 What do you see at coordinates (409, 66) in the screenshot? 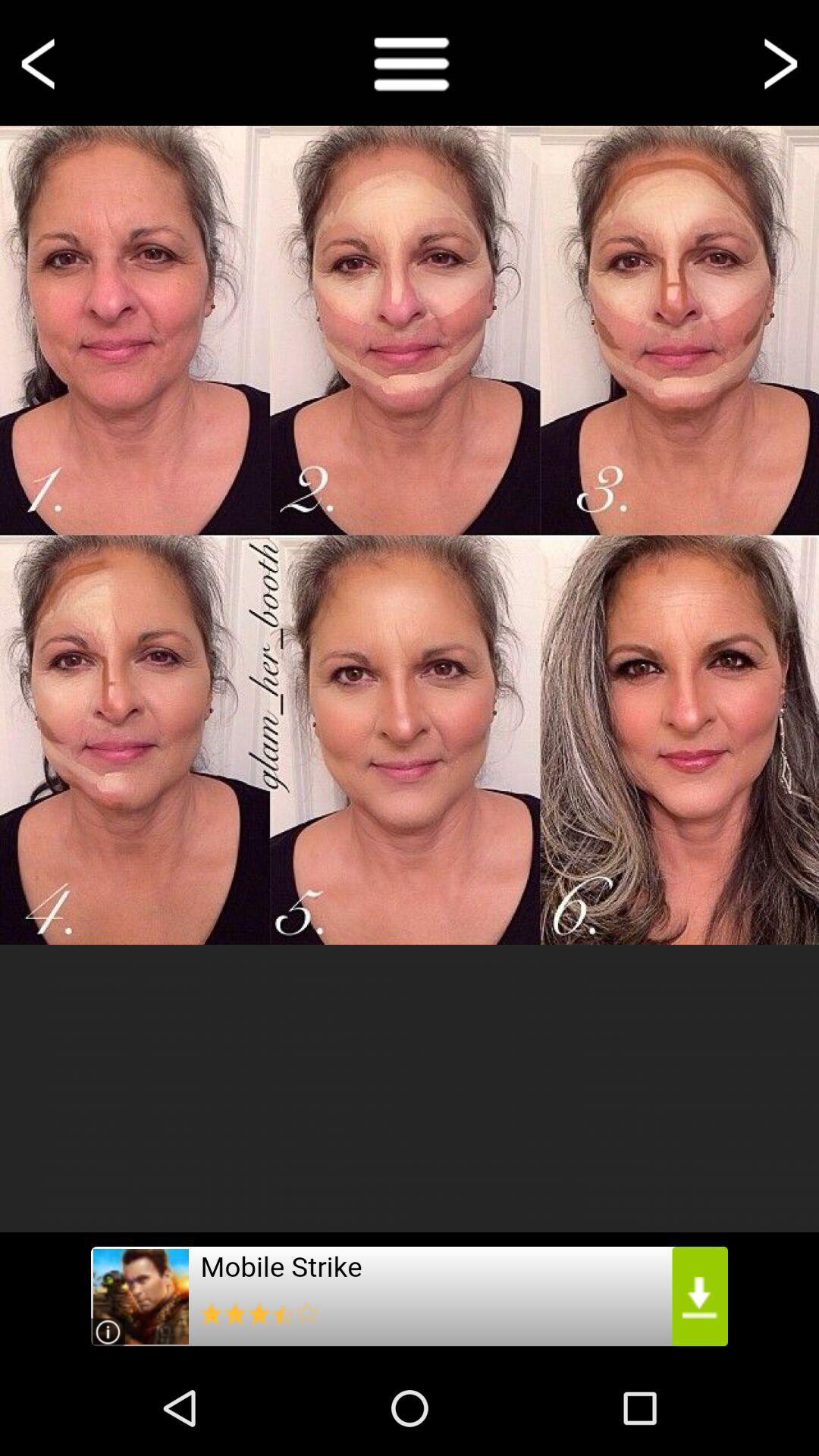
I see `the menu icon` at bounding box center [409, 66].